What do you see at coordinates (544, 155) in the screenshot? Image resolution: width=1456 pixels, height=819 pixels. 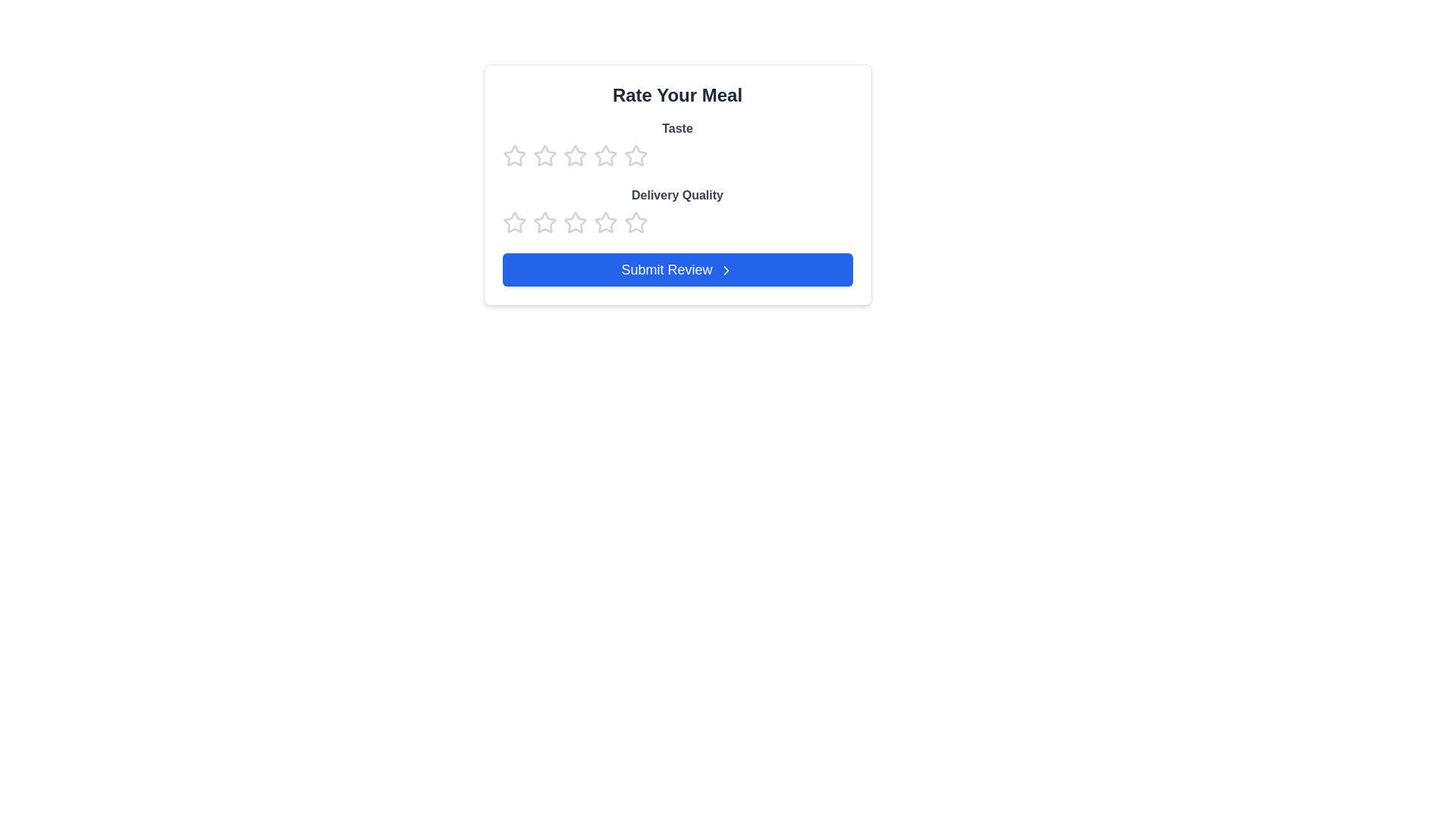 I see `the first rating star for the 'Taste' category` at bounding box center [544, 155].